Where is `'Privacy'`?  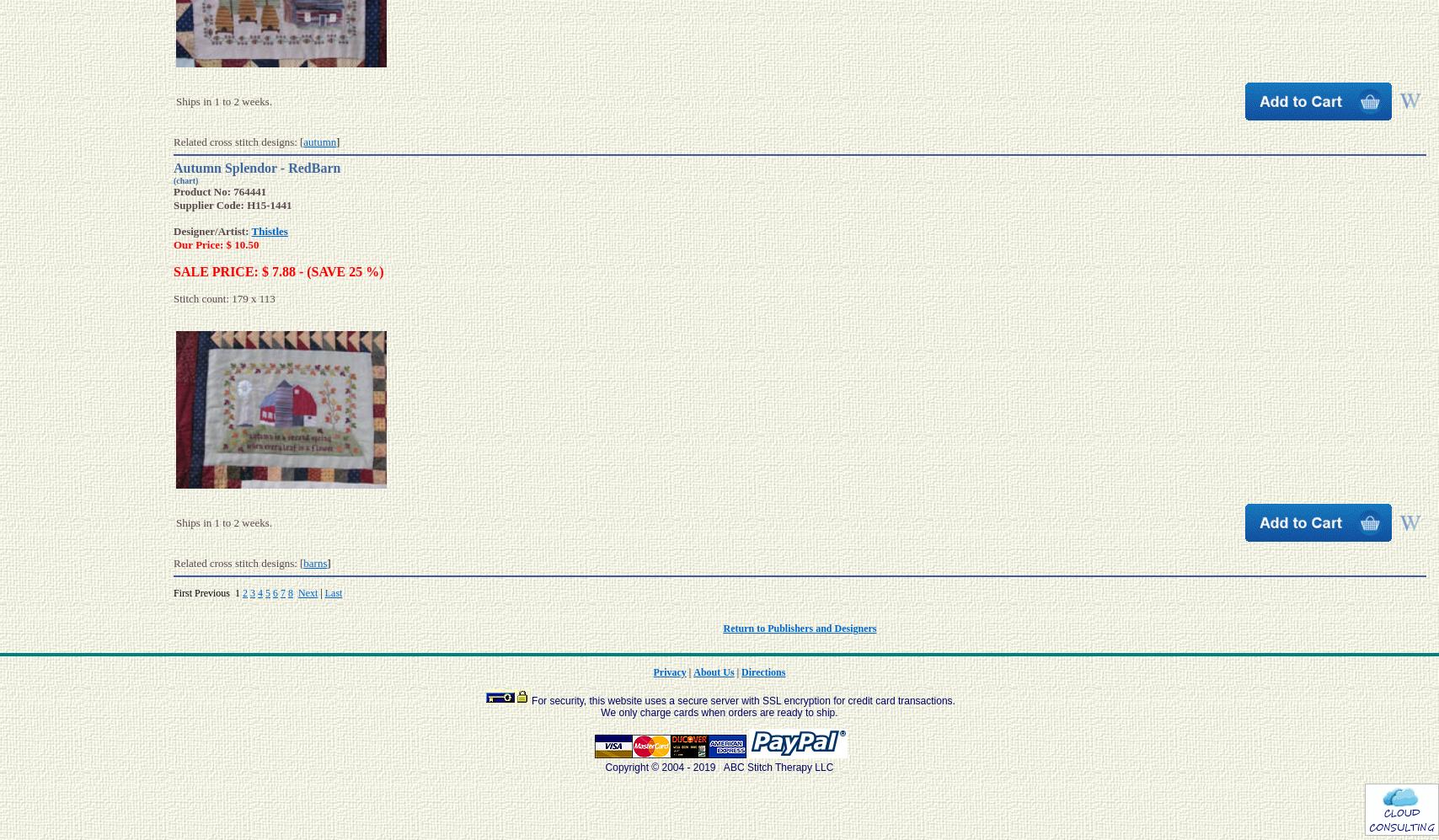 'Privacy' is located at coordinates (669, 671).